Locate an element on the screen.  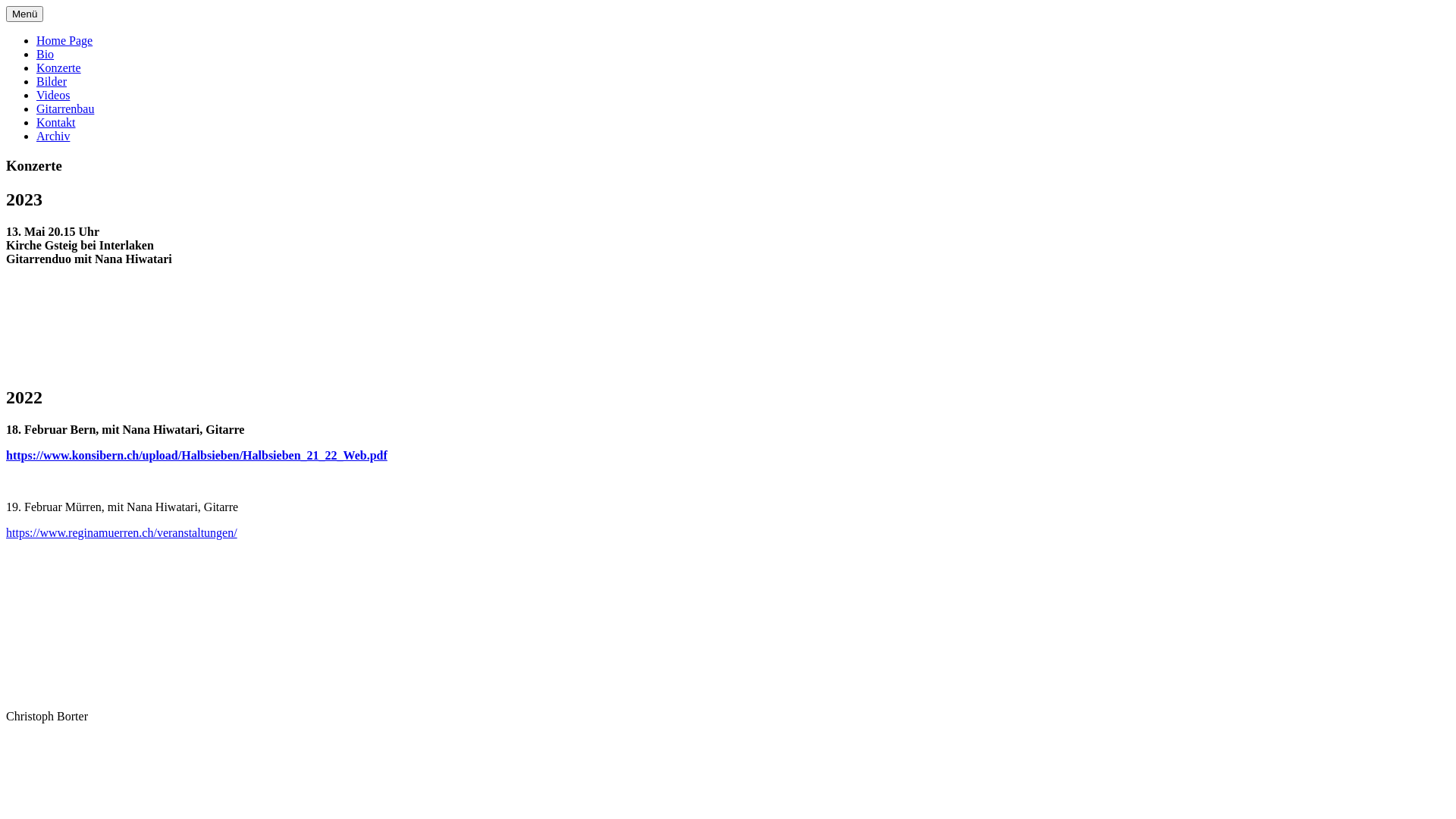
'Konzerte' is located at coordinates (58, 67).